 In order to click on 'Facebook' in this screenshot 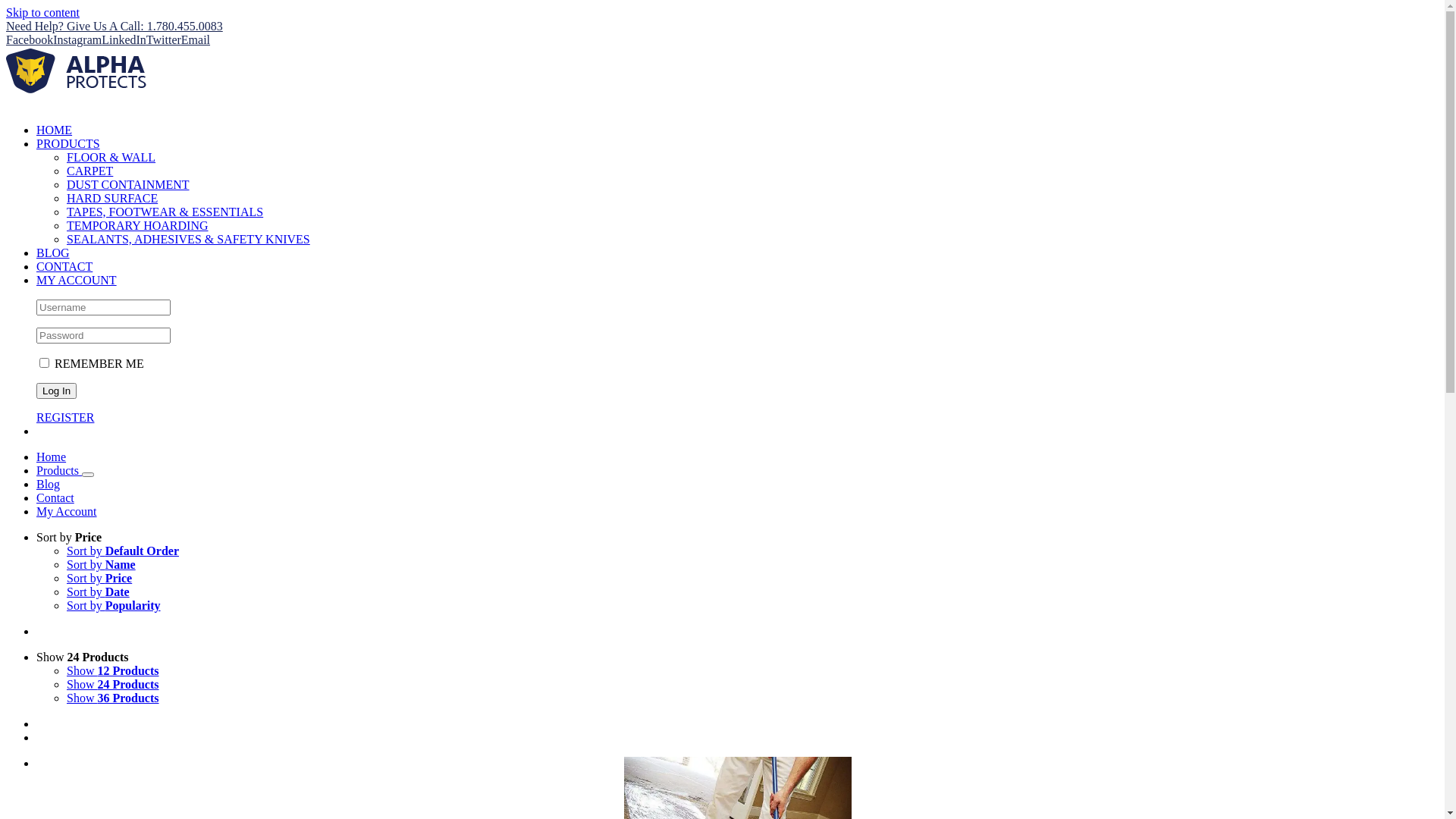, I will do `click(29, 39)`.